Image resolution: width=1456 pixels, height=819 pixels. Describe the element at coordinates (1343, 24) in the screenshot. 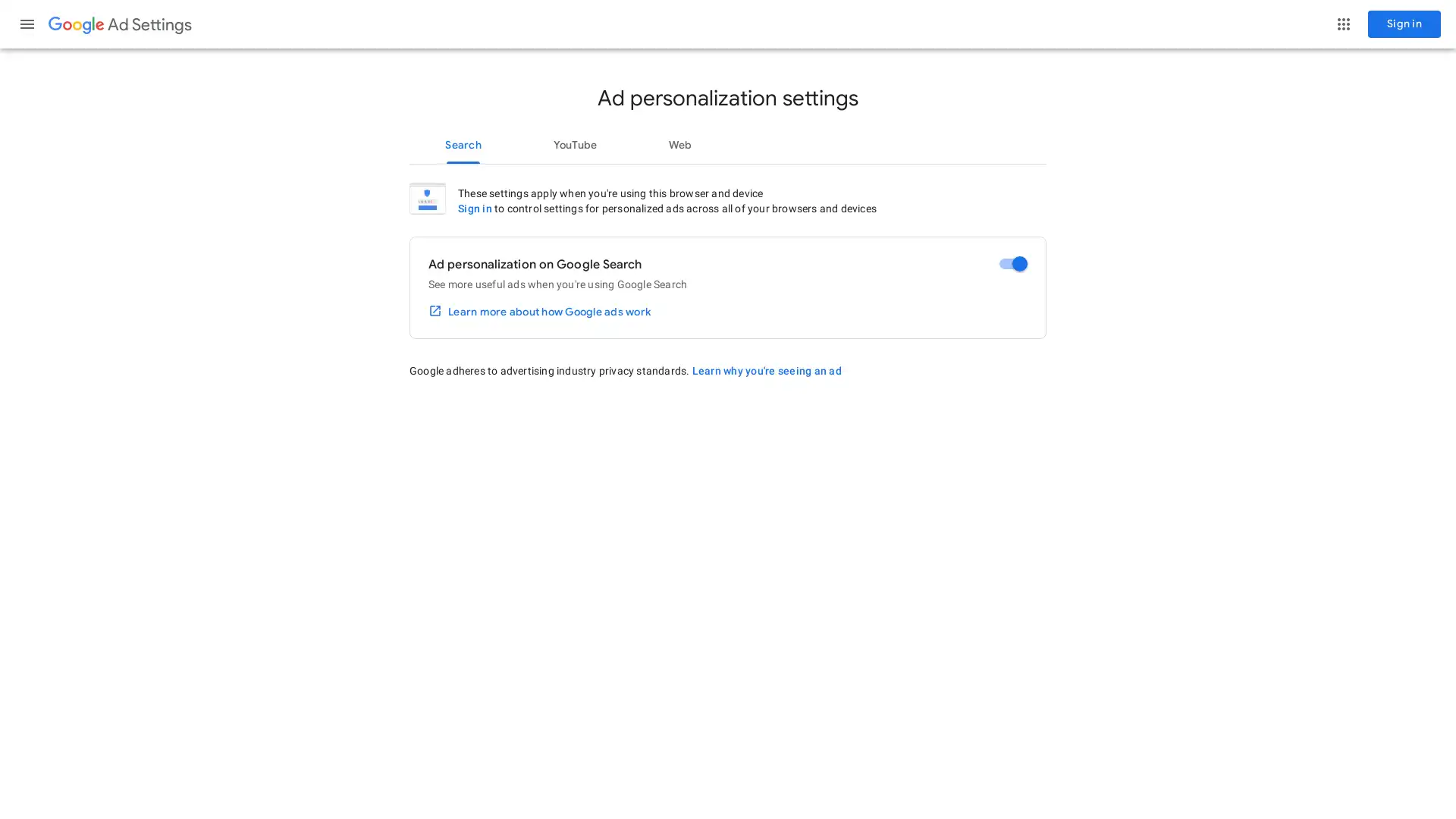

I see `Google apps` at that location.